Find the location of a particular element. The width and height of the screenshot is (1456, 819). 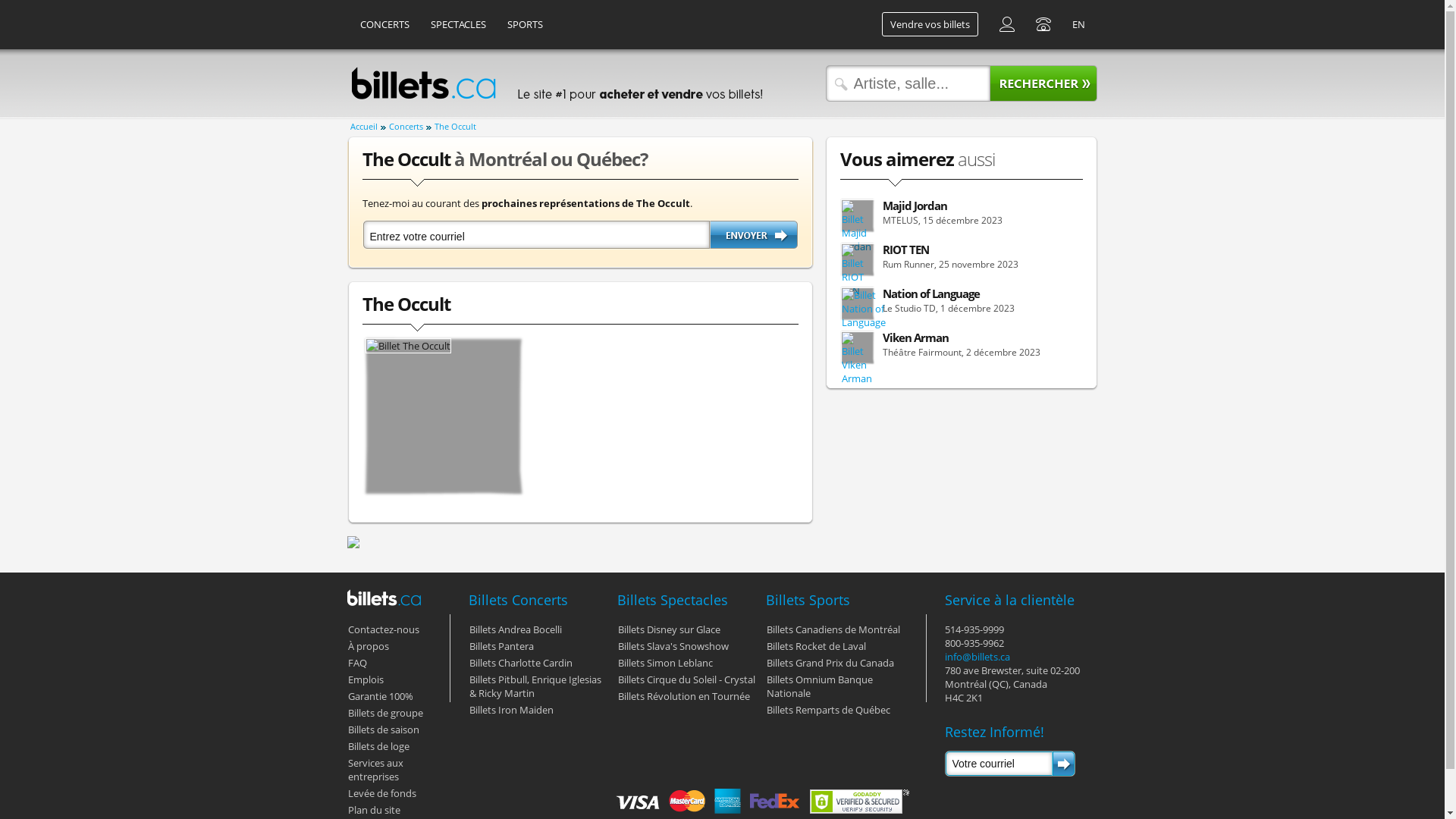

'Billets Omnium Banque Nationale' is located at coordinates (818, 686).